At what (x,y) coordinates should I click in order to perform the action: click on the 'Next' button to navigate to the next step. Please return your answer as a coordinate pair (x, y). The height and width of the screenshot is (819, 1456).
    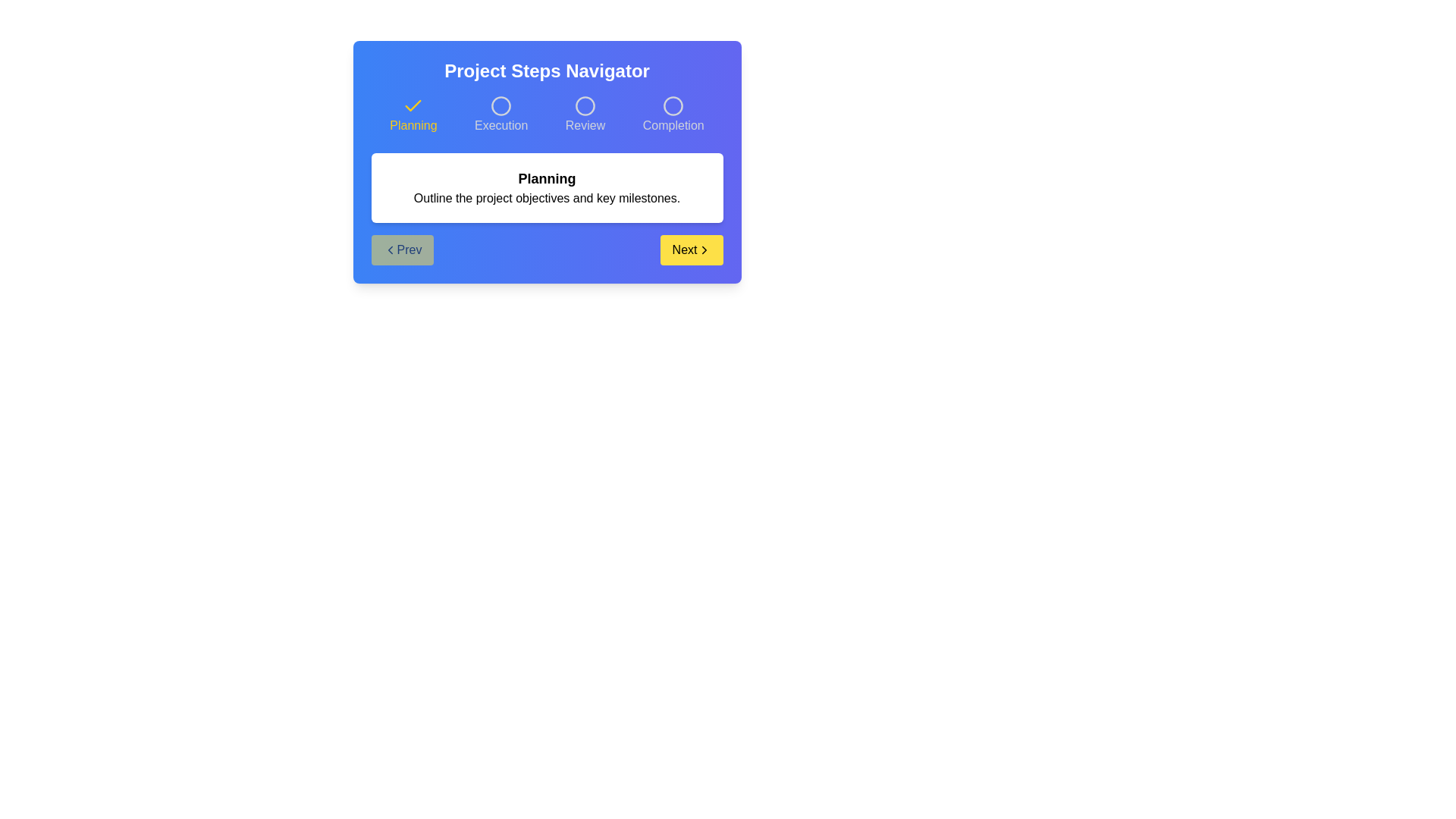
    Looking at the image, I should click on (691, 249).